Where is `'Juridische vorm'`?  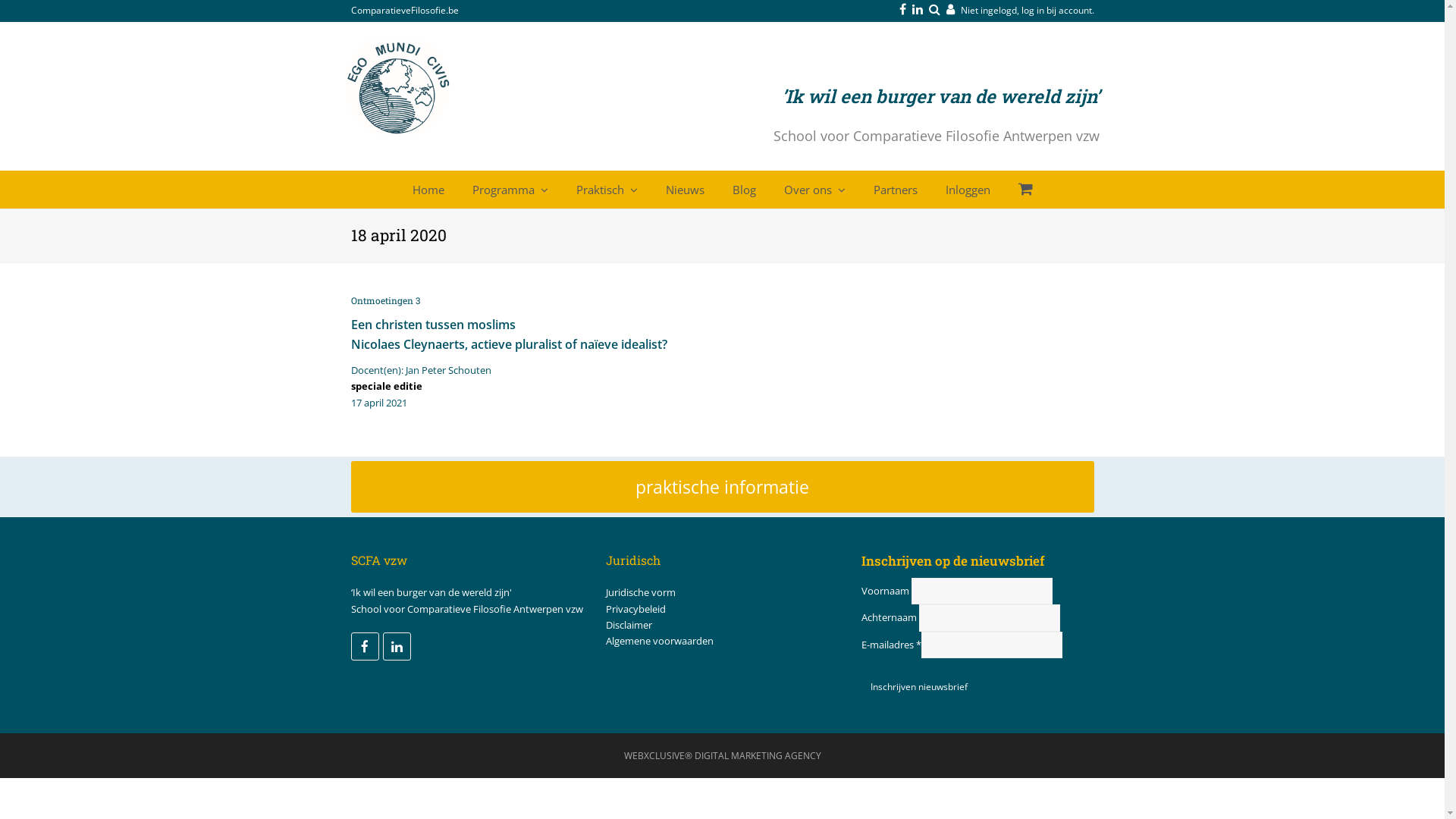
'Juridische vorm' is located at coordinates (640, 591).